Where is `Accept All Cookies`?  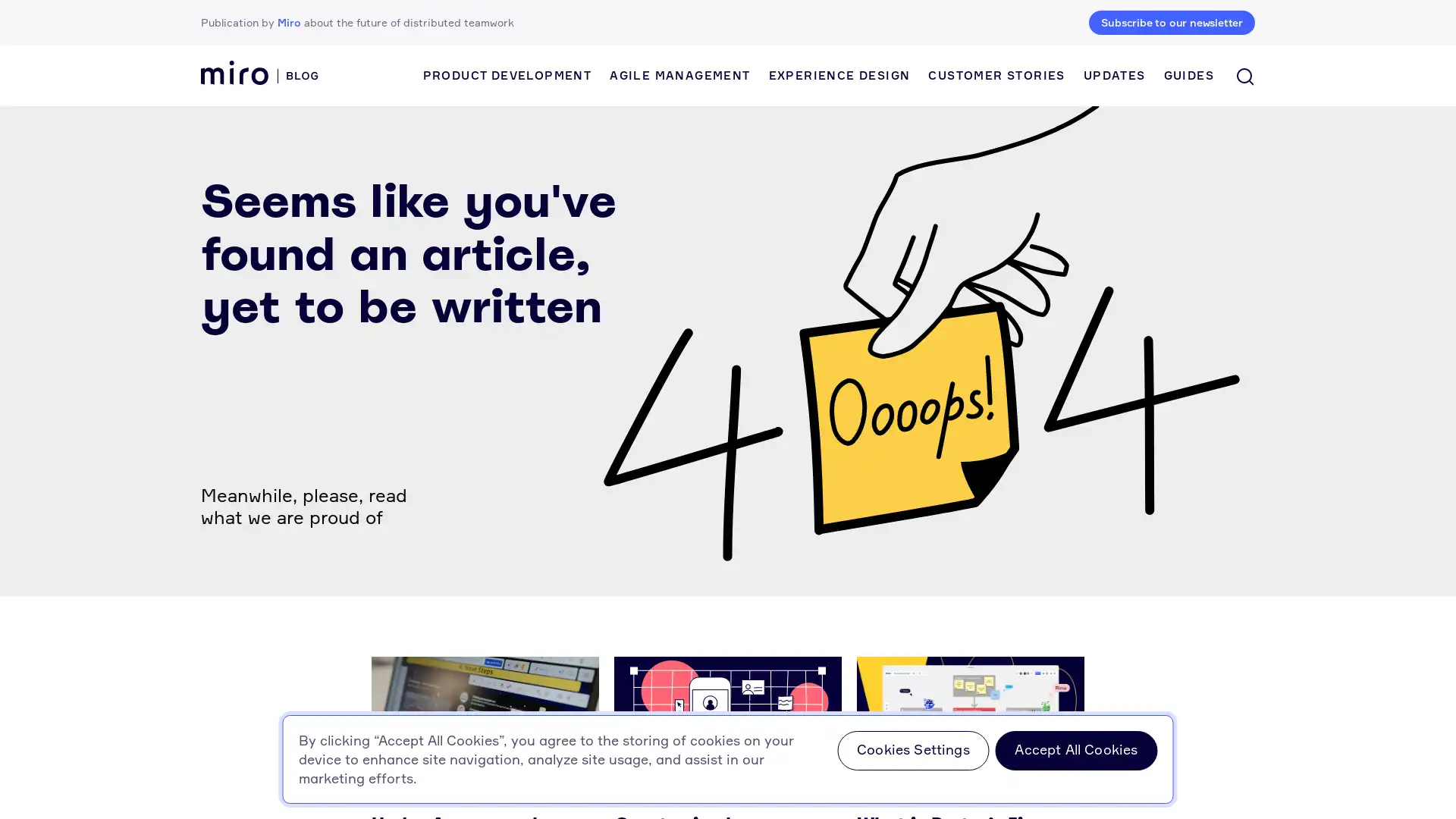
Accept All Cookies is located at coordinates (1075, 751).